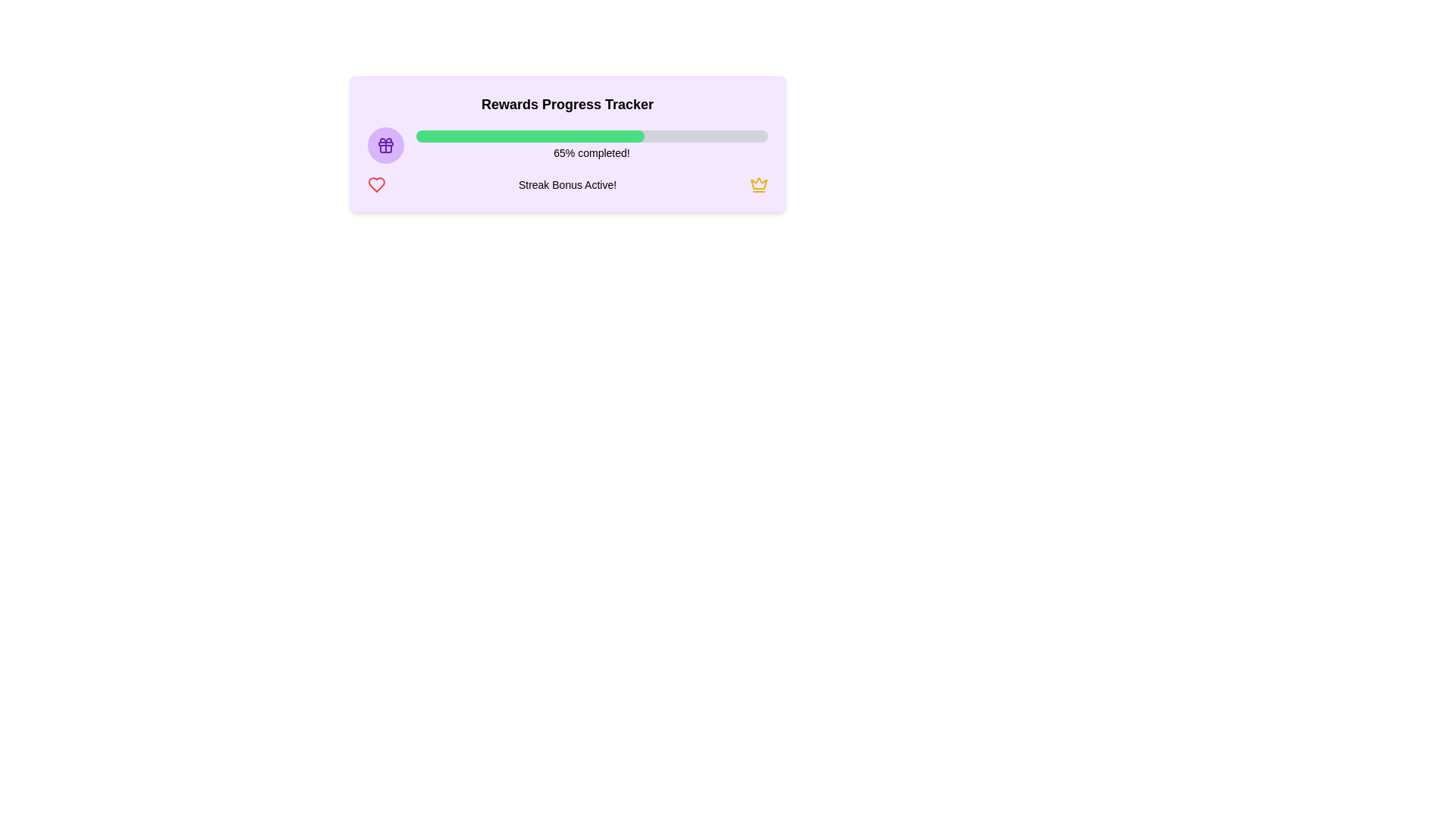 The image size is (1456, 819). Describe the element at coordinates (758, 183) in the screenshot. I see `the yellow crown icon in the rewards tracker interface, which symbolizes achievements and bonuses` at that location.